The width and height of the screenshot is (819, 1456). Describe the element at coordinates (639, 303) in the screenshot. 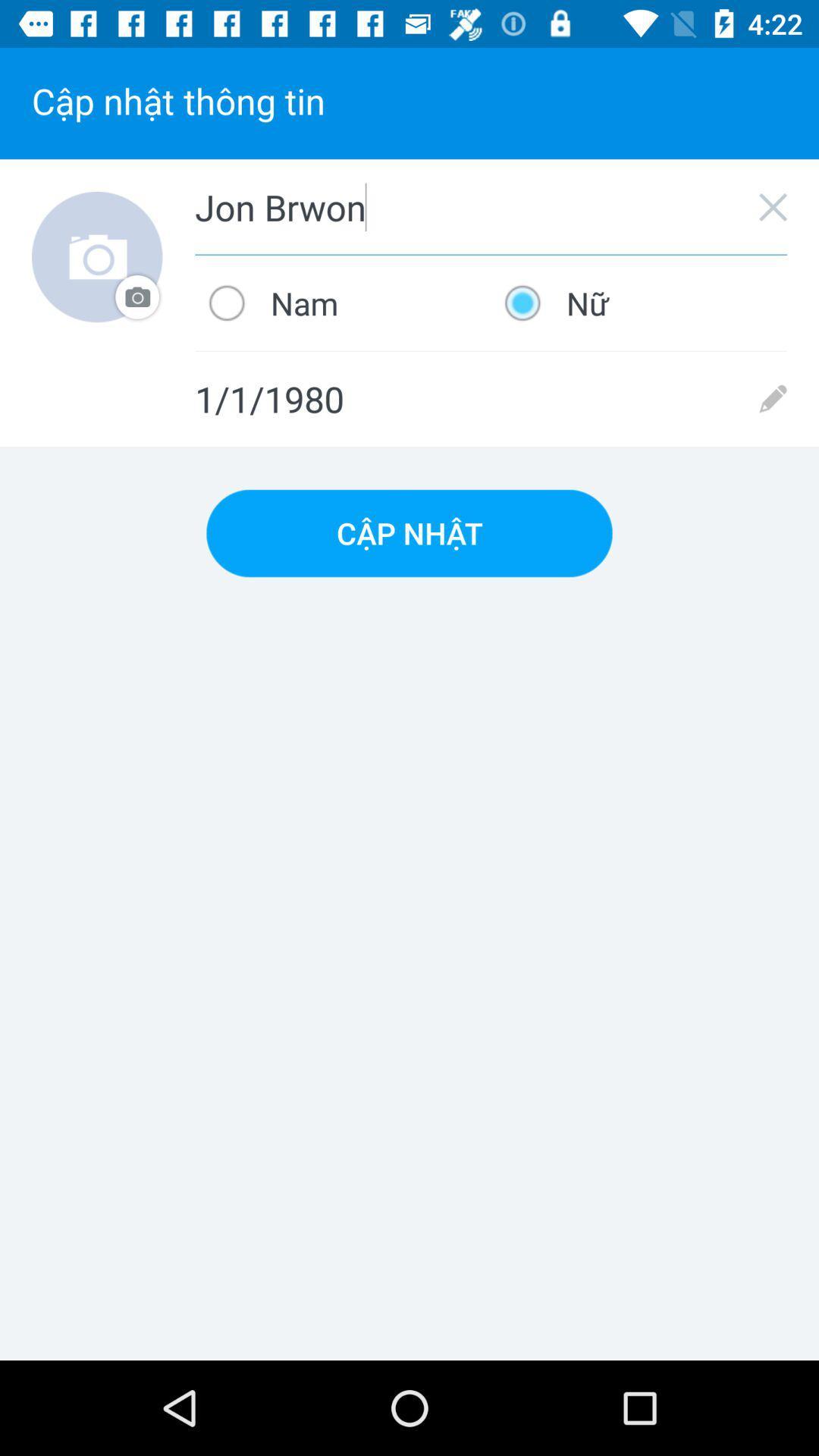

I see `the icon next to the nam` at that location.